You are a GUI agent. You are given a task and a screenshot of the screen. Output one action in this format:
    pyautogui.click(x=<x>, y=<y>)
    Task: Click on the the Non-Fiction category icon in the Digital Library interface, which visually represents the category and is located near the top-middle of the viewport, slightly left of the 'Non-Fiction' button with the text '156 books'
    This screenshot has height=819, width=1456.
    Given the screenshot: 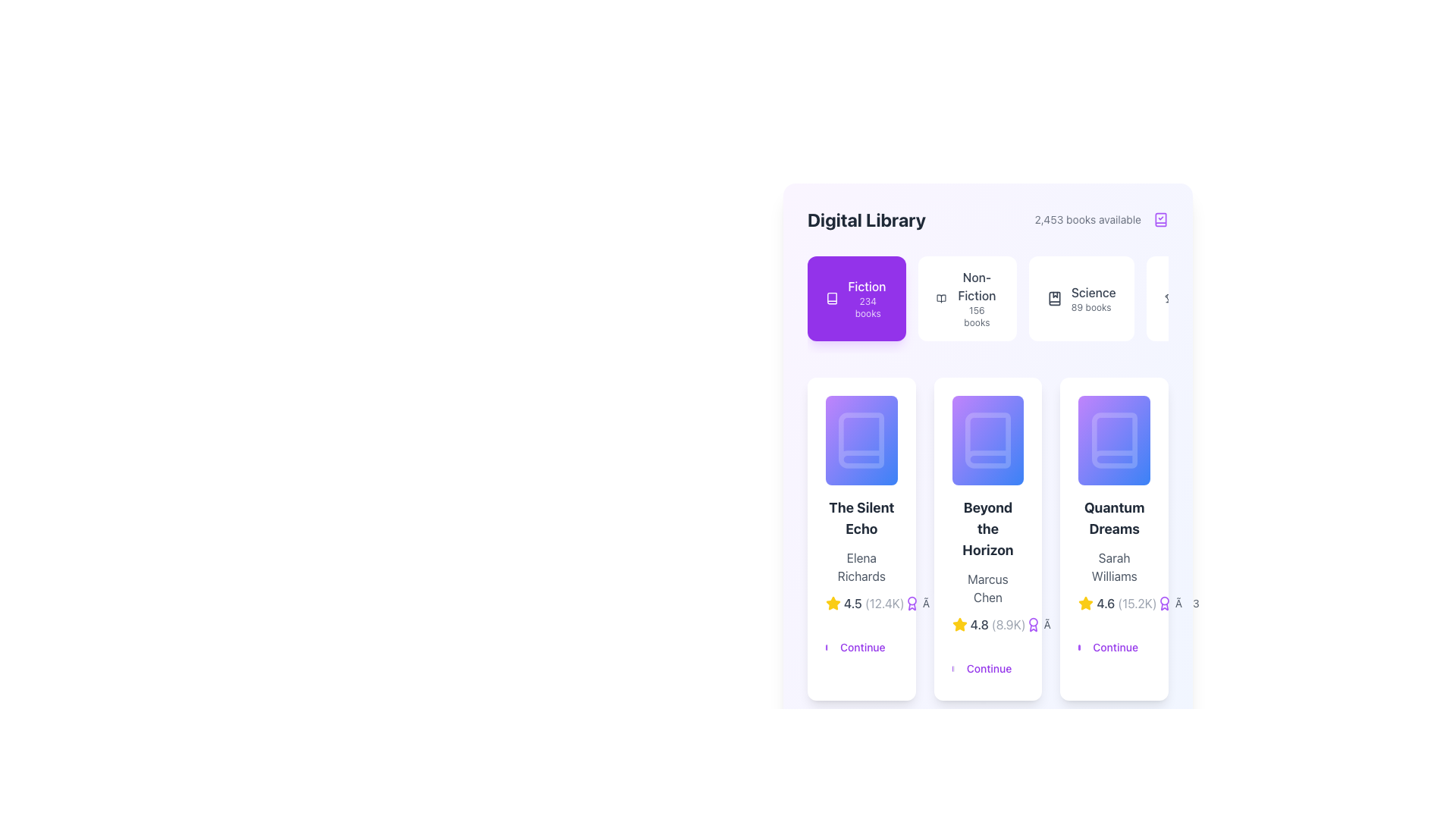 What is the action you would take?
    pyautogui.click(x=940, y=298)
    